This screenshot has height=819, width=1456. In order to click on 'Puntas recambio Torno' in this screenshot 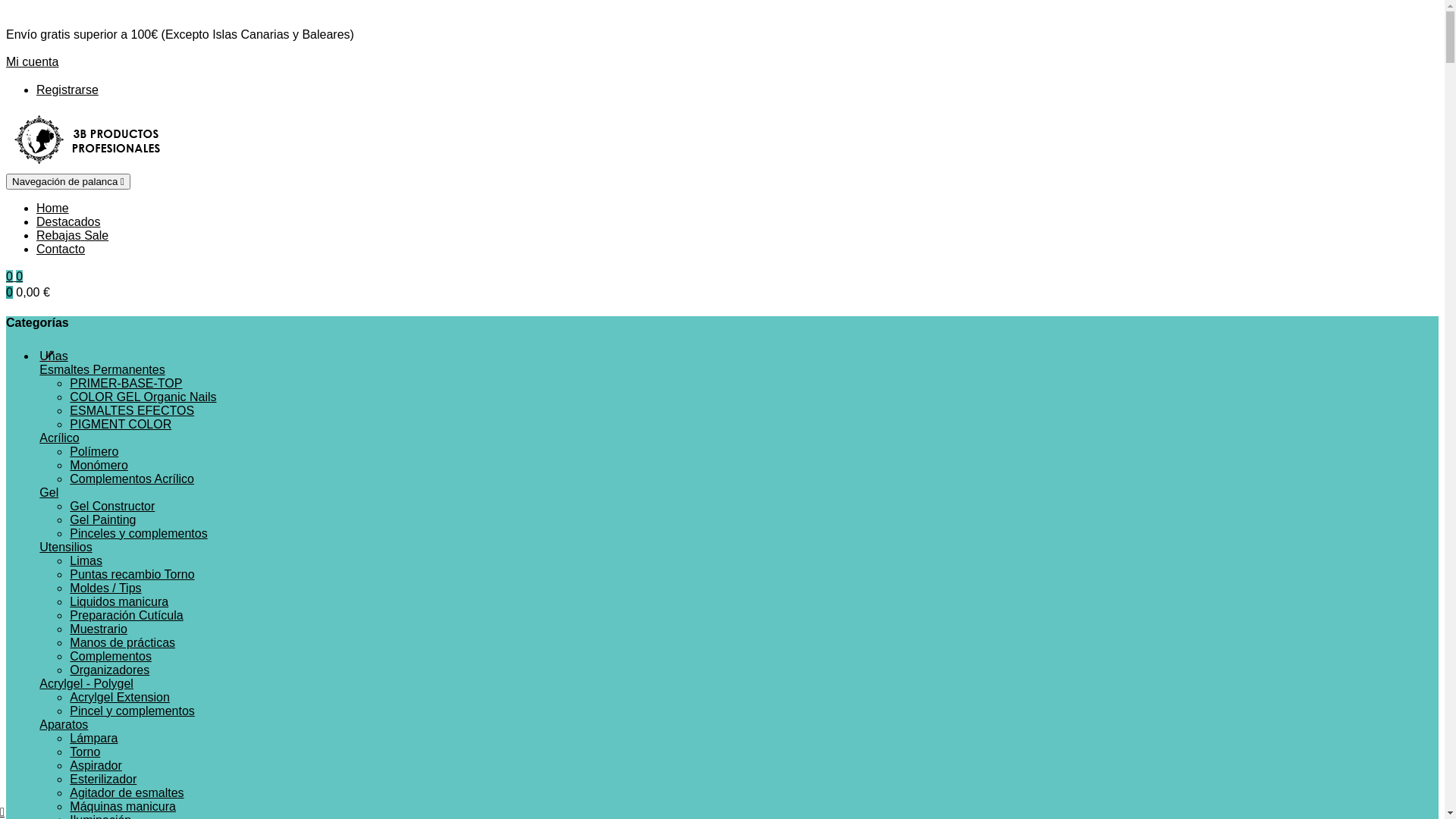, I will do `click(131, 574)`.